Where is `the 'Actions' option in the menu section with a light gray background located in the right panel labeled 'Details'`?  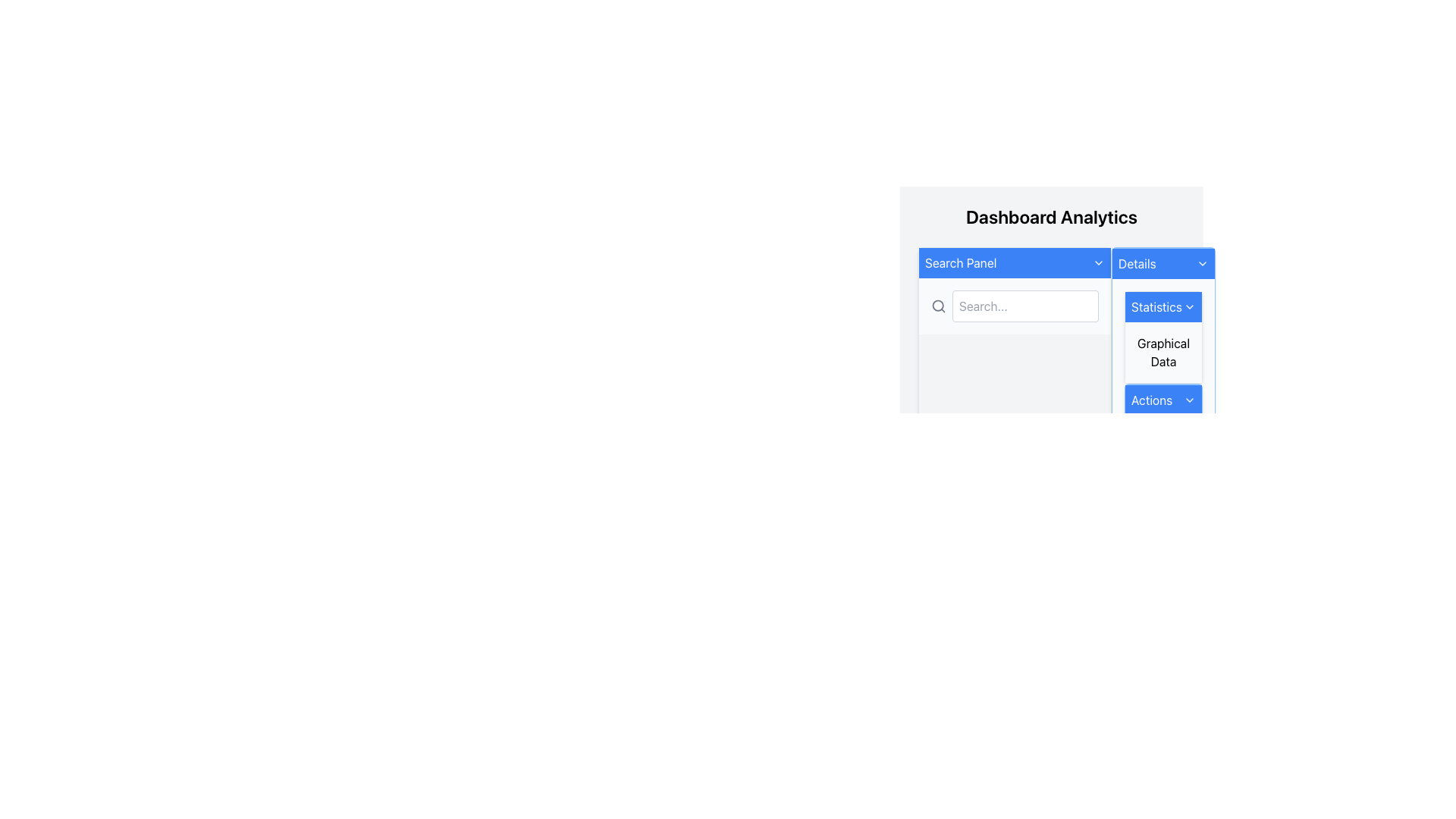 the 'Actions' option in the menu section with a light gray background located in the right panel labeled 'Details' is located at coordinates (1163, 400).